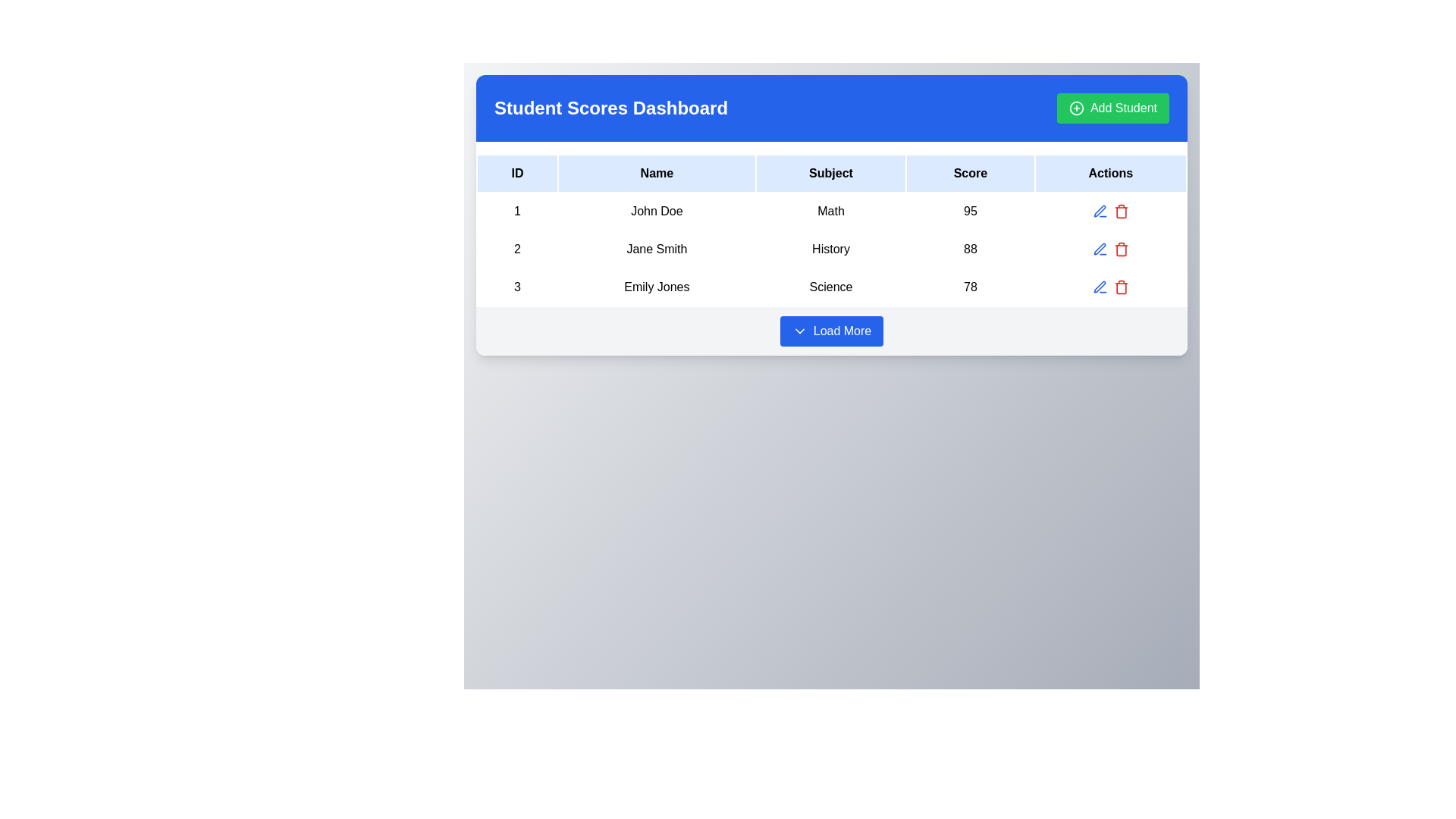 This screenshot has width=1456, height=819. I want to click on the table cell displaying the numeral '3' in the first column of the last row, styled with black text on a white background, so click(517, 287).